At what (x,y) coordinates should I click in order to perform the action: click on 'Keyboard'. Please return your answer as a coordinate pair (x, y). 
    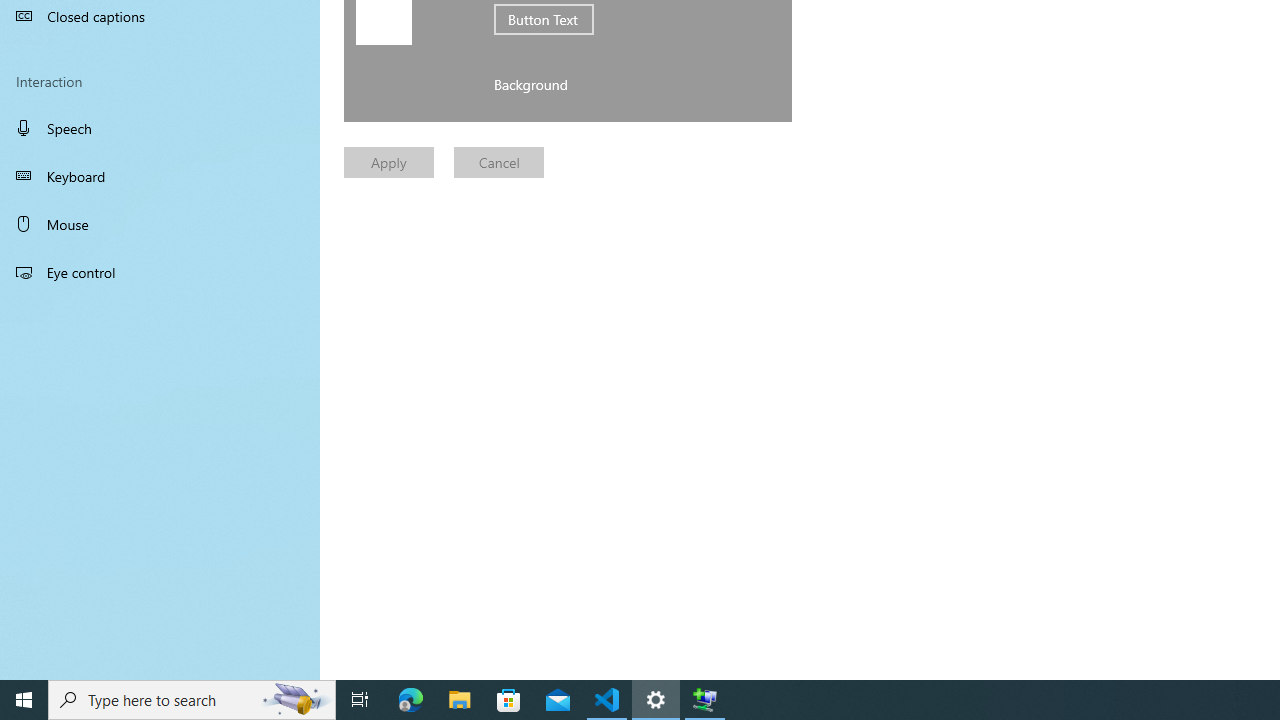
    Looking at the image, I should click on (160, 175).